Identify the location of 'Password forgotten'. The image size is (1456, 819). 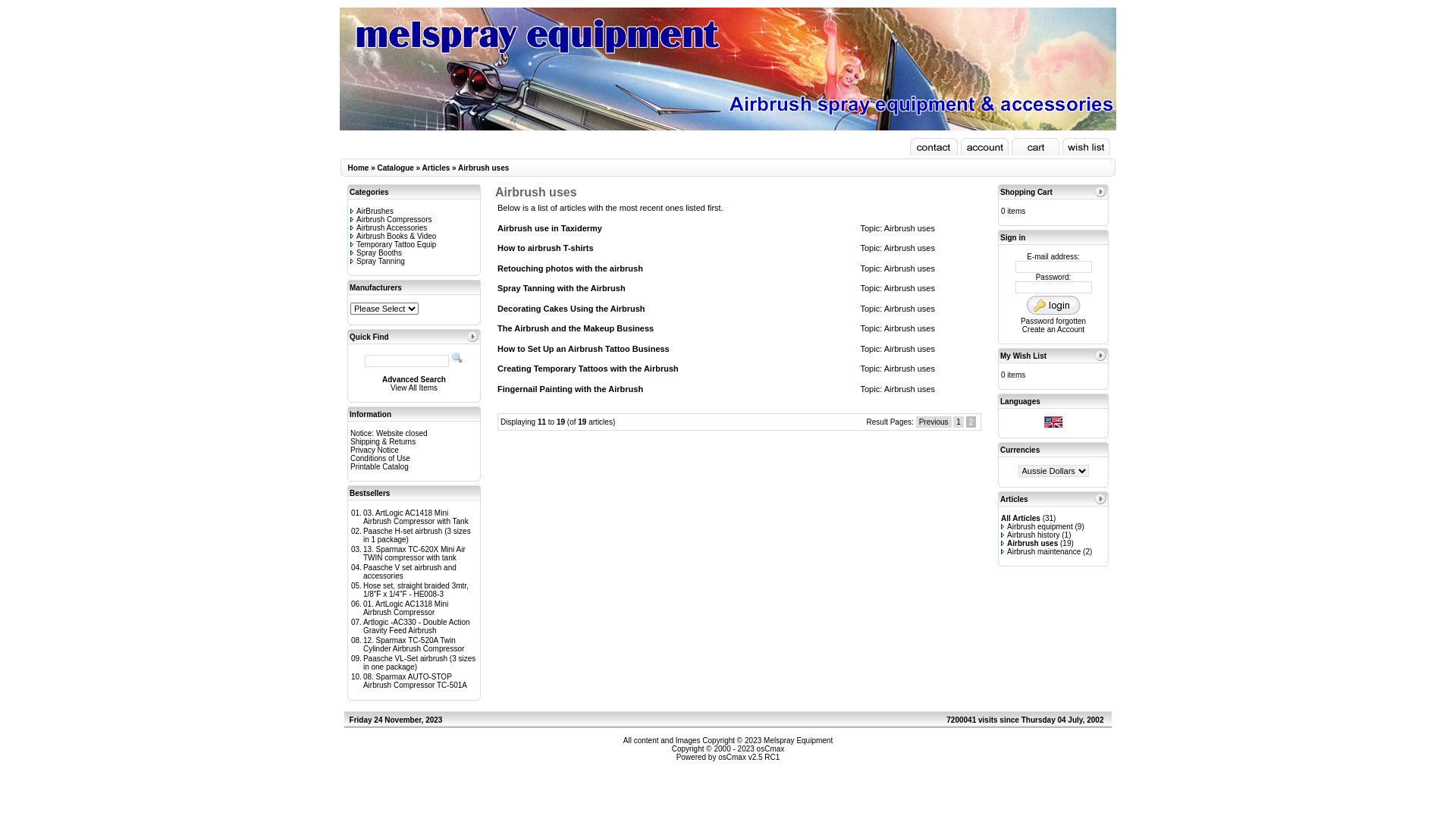
(1052, 320).